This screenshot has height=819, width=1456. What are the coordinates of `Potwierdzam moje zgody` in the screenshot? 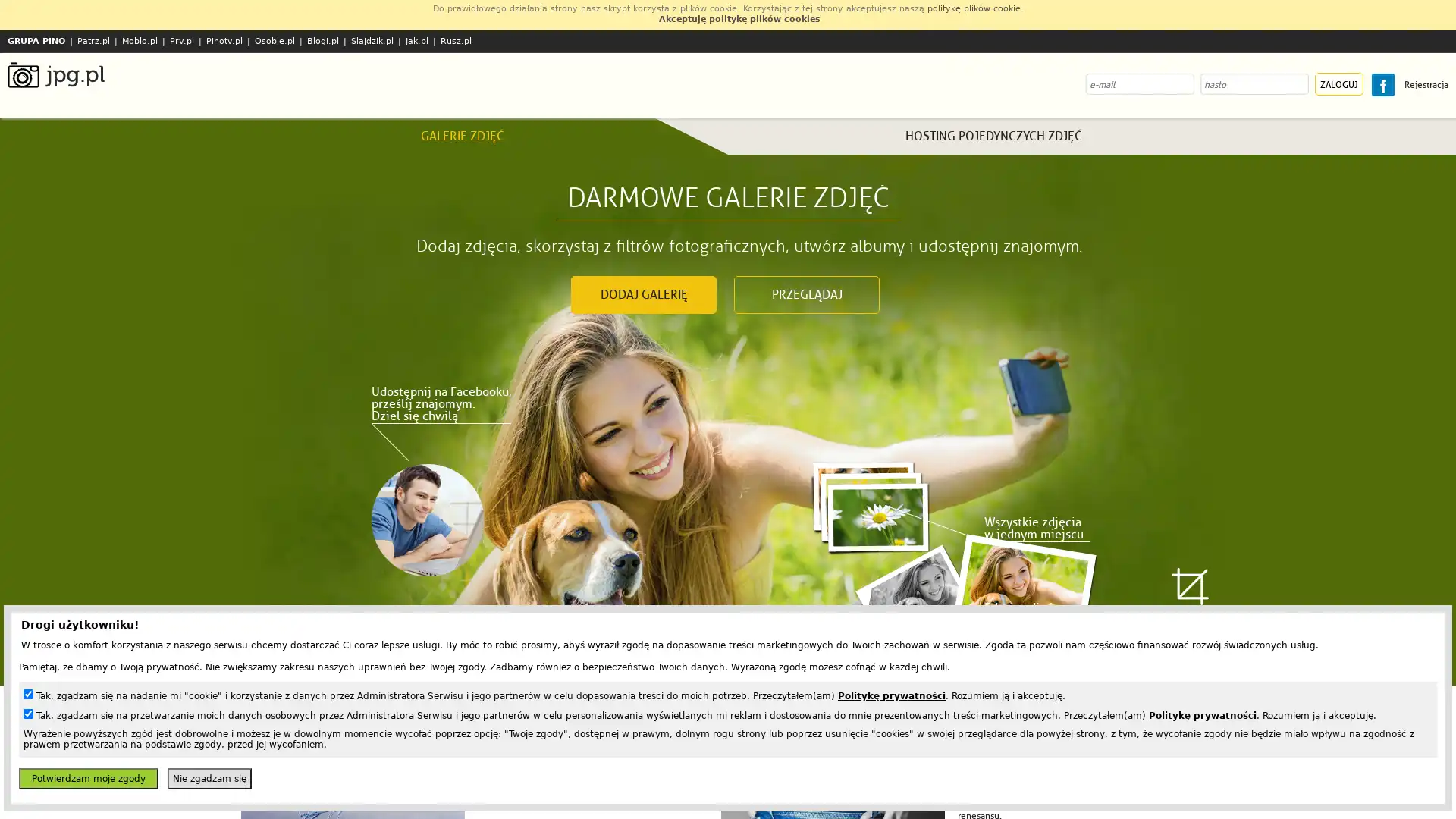 It's located at (87, 778).